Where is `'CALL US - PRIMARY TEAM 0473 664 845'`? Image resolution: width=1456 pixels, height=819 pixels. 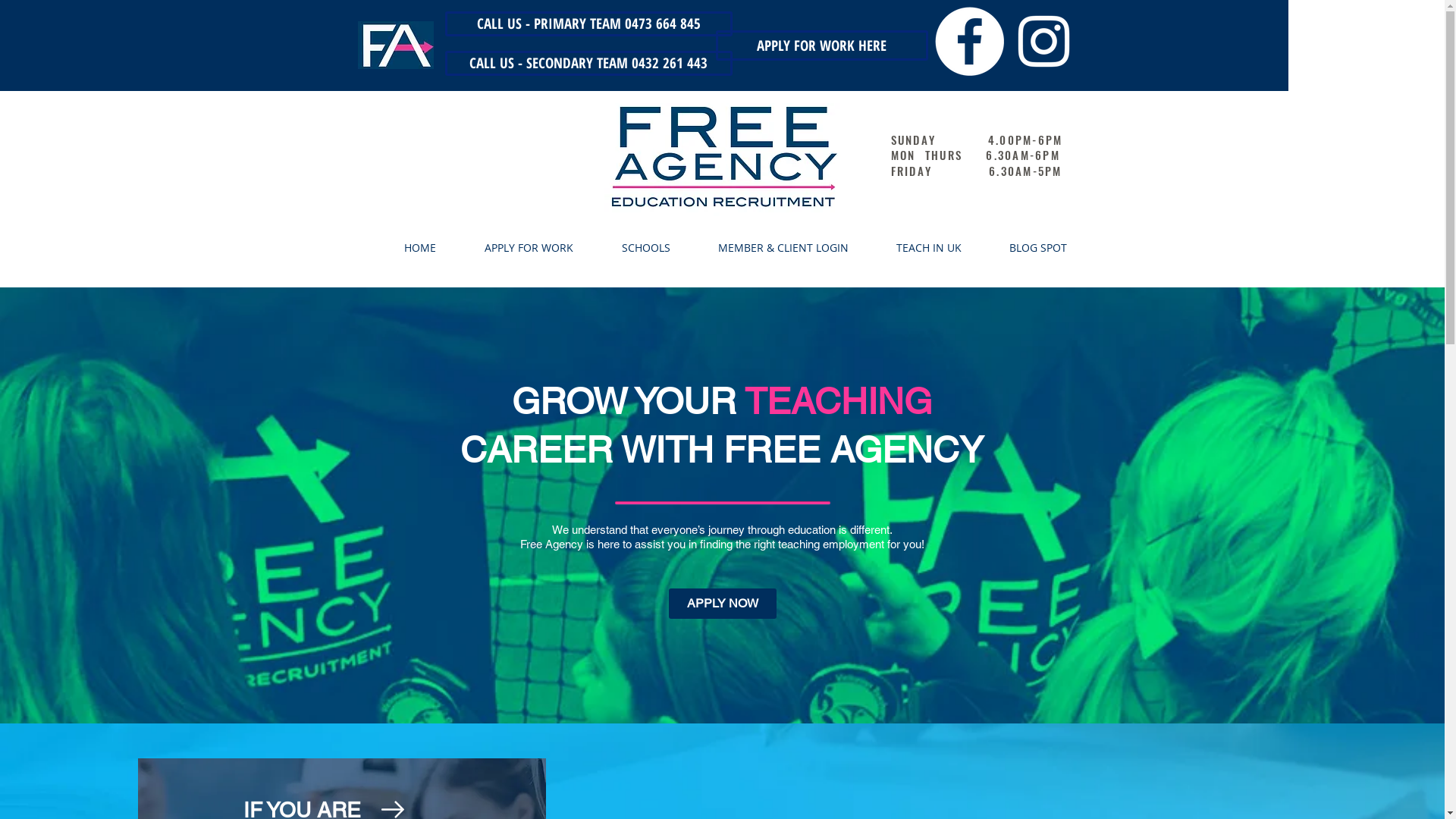
'CALL US - PRIMARY TEAM 0473 664 845' is located at coordinates (587, 24).